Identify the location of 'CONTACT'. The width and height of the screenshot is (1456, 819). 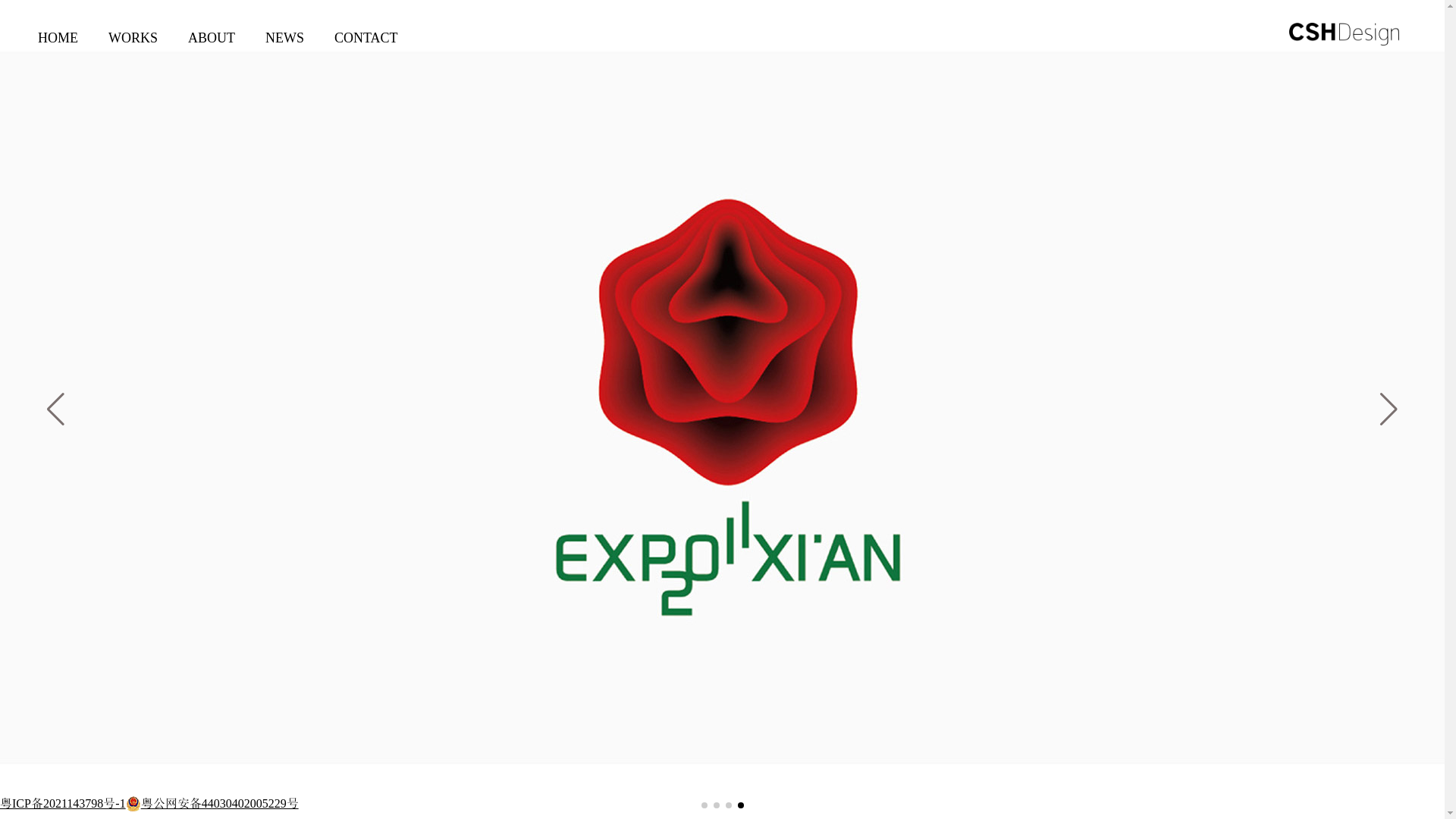
(366, 49).